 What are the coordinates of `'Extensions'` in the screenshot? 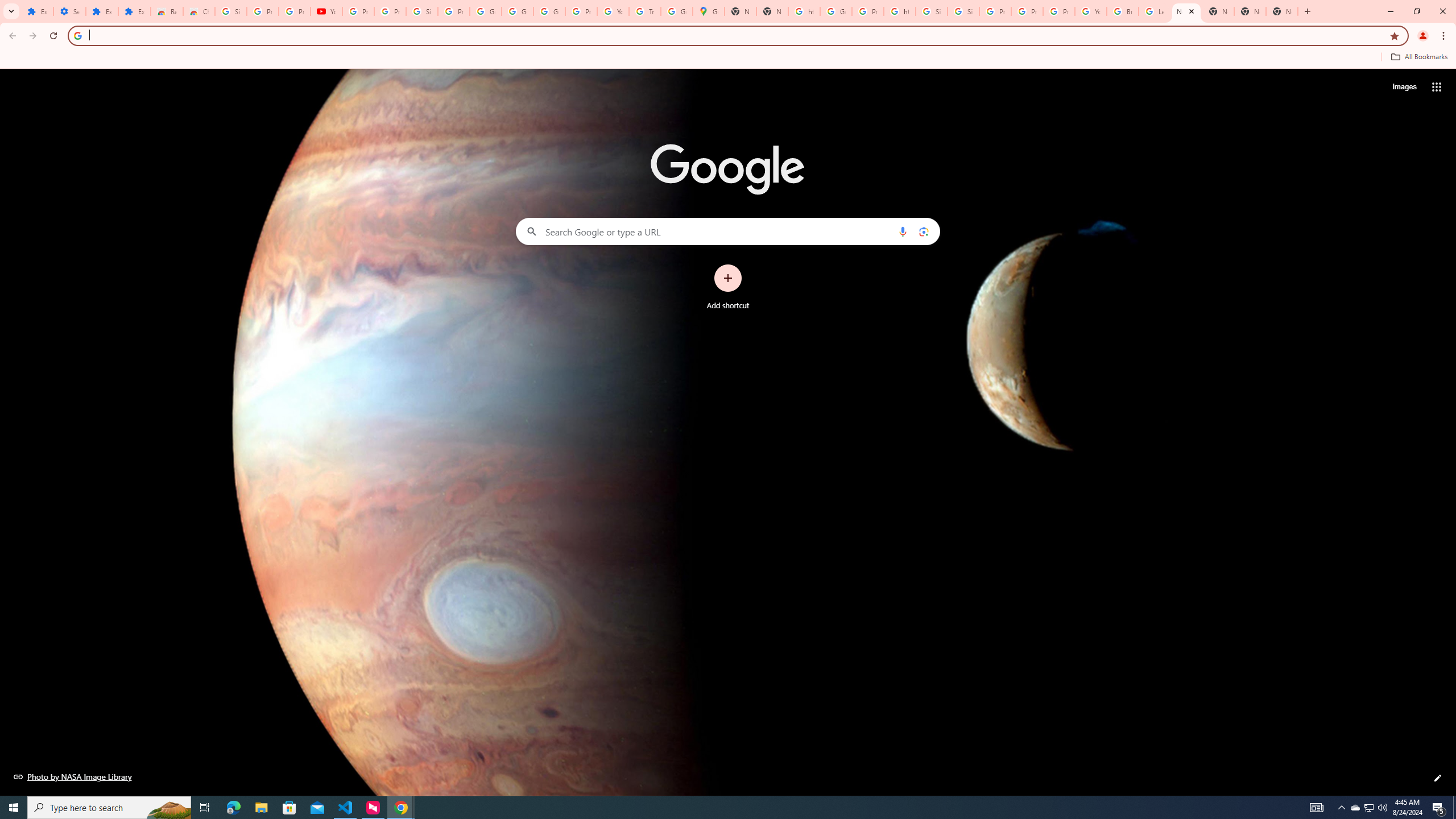 It's located at (37, 11).